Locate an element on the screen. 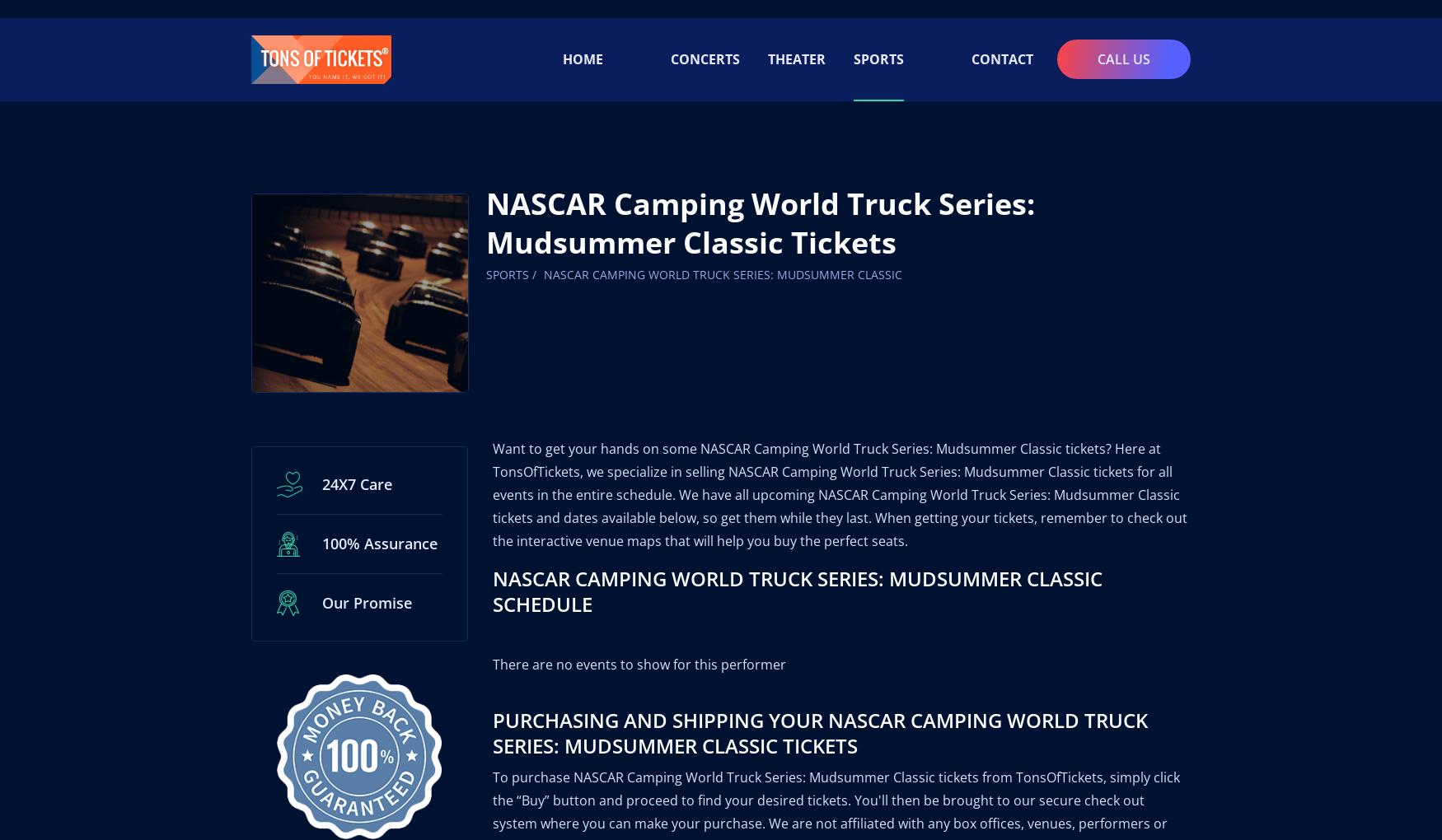 The image size is (1442, 840). 'There are no events to show for this performer' is located at coordinates (638, 644).